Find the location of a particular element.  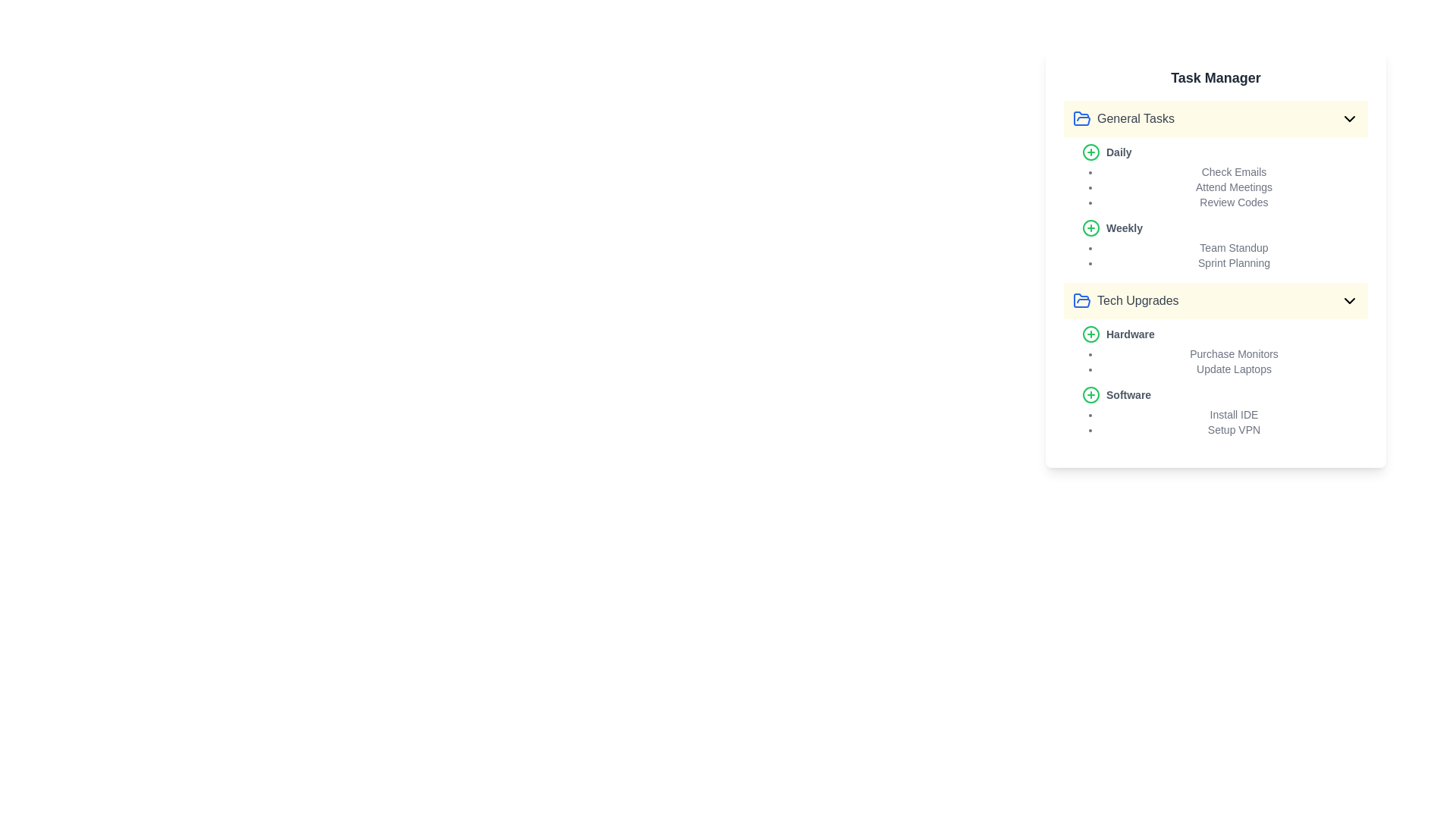

the button positioned to the left of the 'Daily' text label within the 'General Tasks' section is located at coordinates (1090, 152).